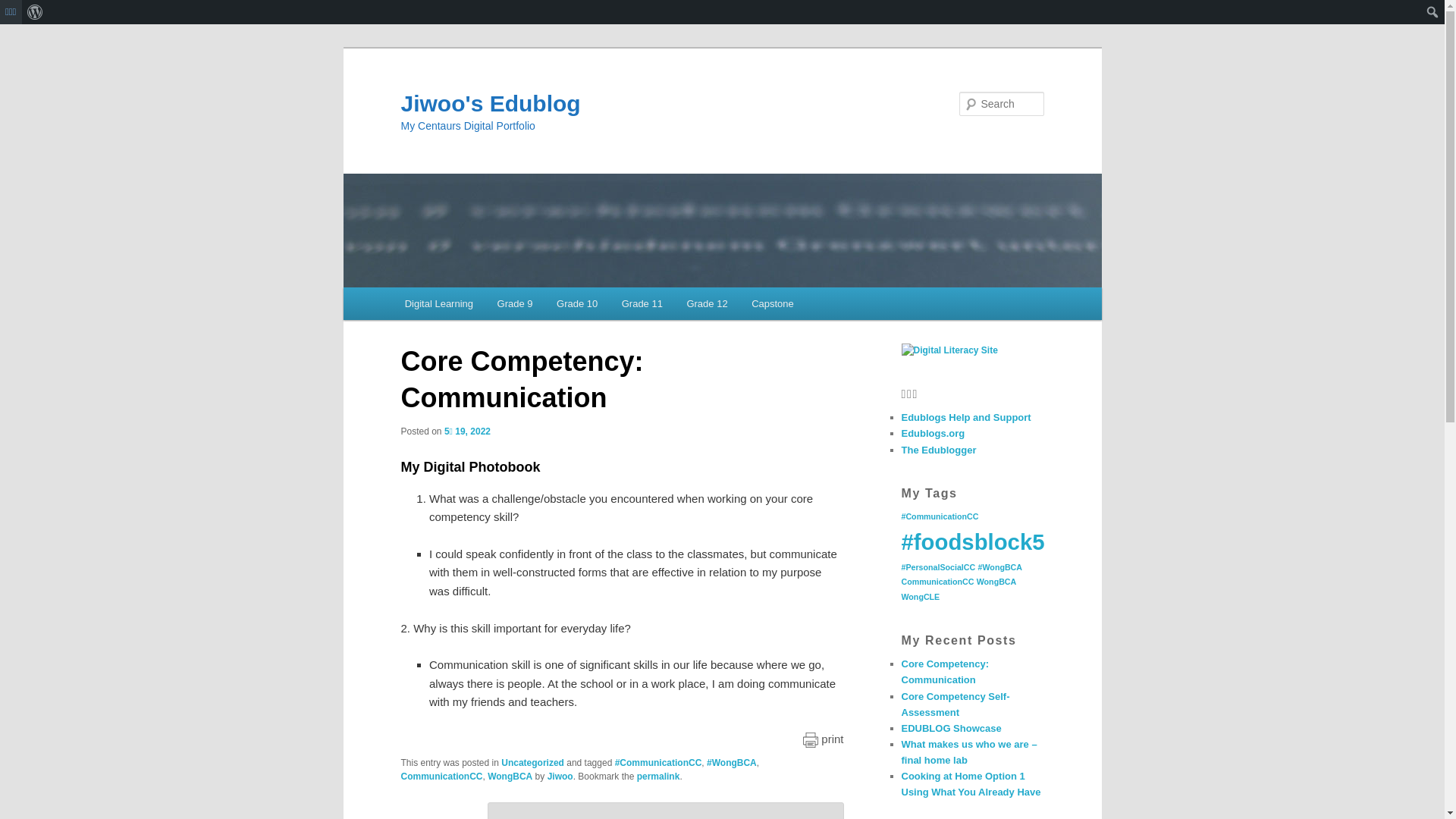 The image size is (1456, 819). What do you see at coordinates (532, 763) in the screenshot?
I see `'Uncategorized'` at bounding box center [532, 763].